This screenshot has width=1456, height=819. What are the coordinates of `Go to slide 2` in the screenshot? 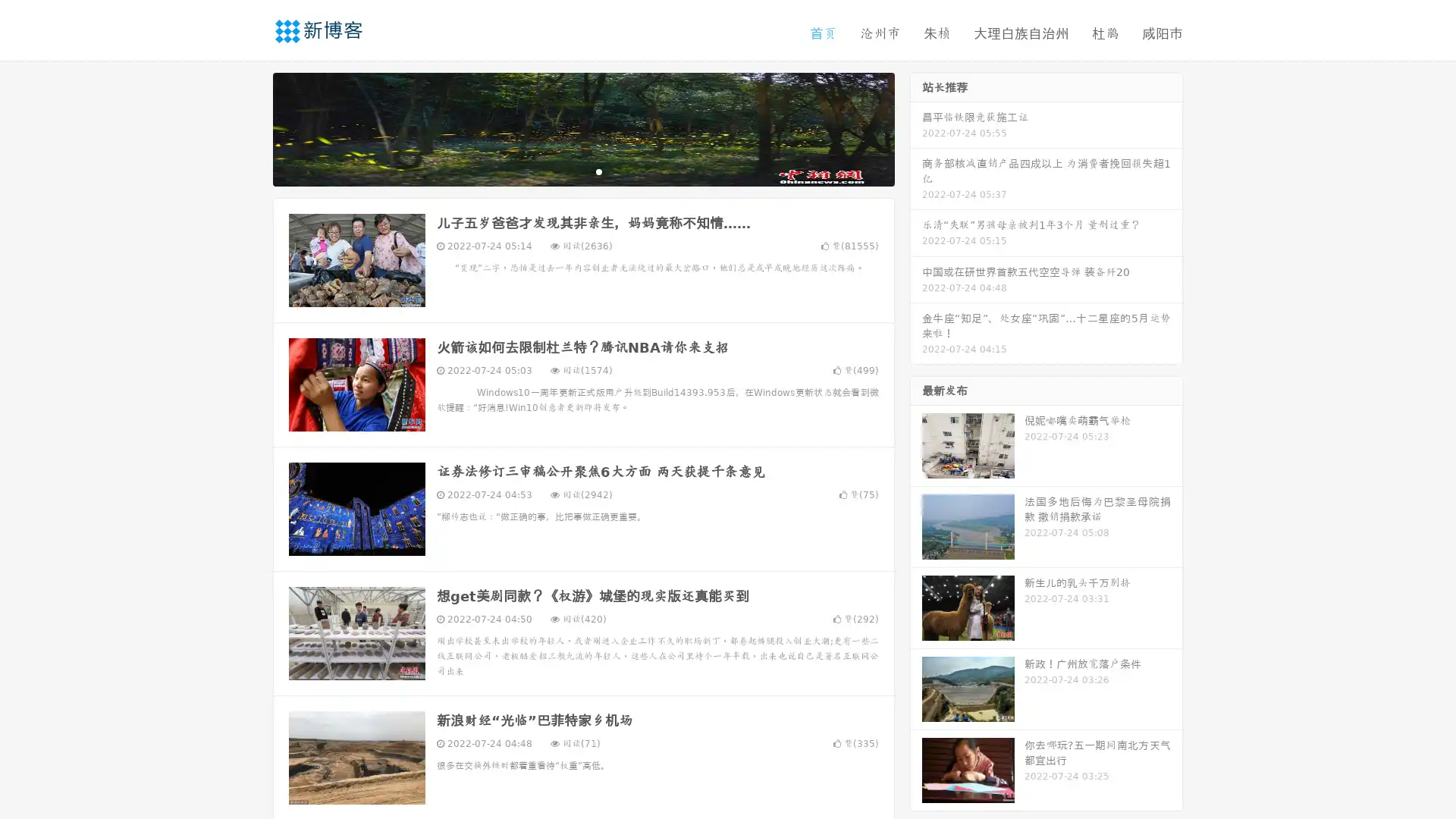 It's located at (582, 171).